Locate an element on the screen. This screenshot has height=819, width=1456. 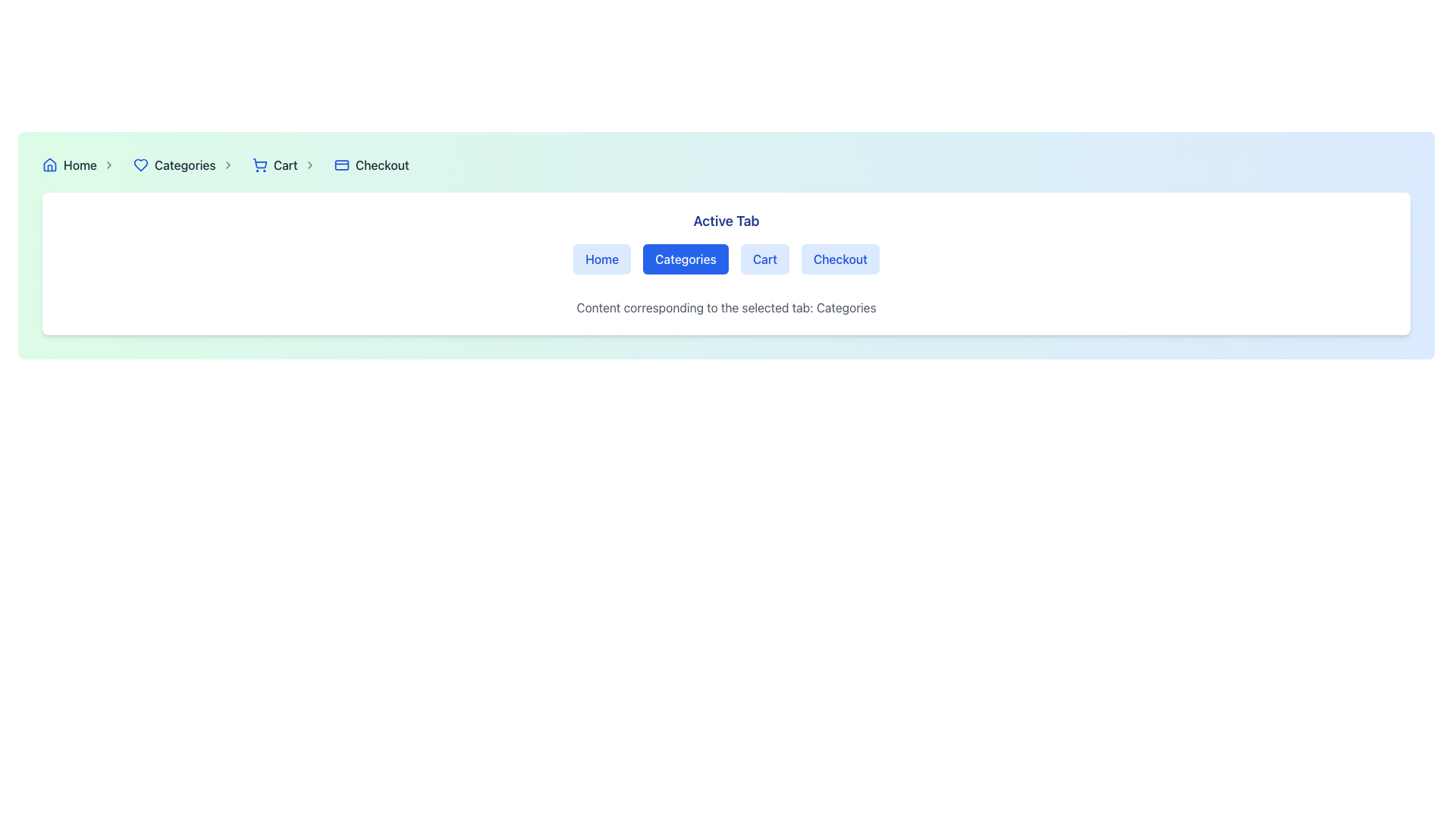
the first button in the 'Active Tab' navigation section is located at coordinates (601, 259).